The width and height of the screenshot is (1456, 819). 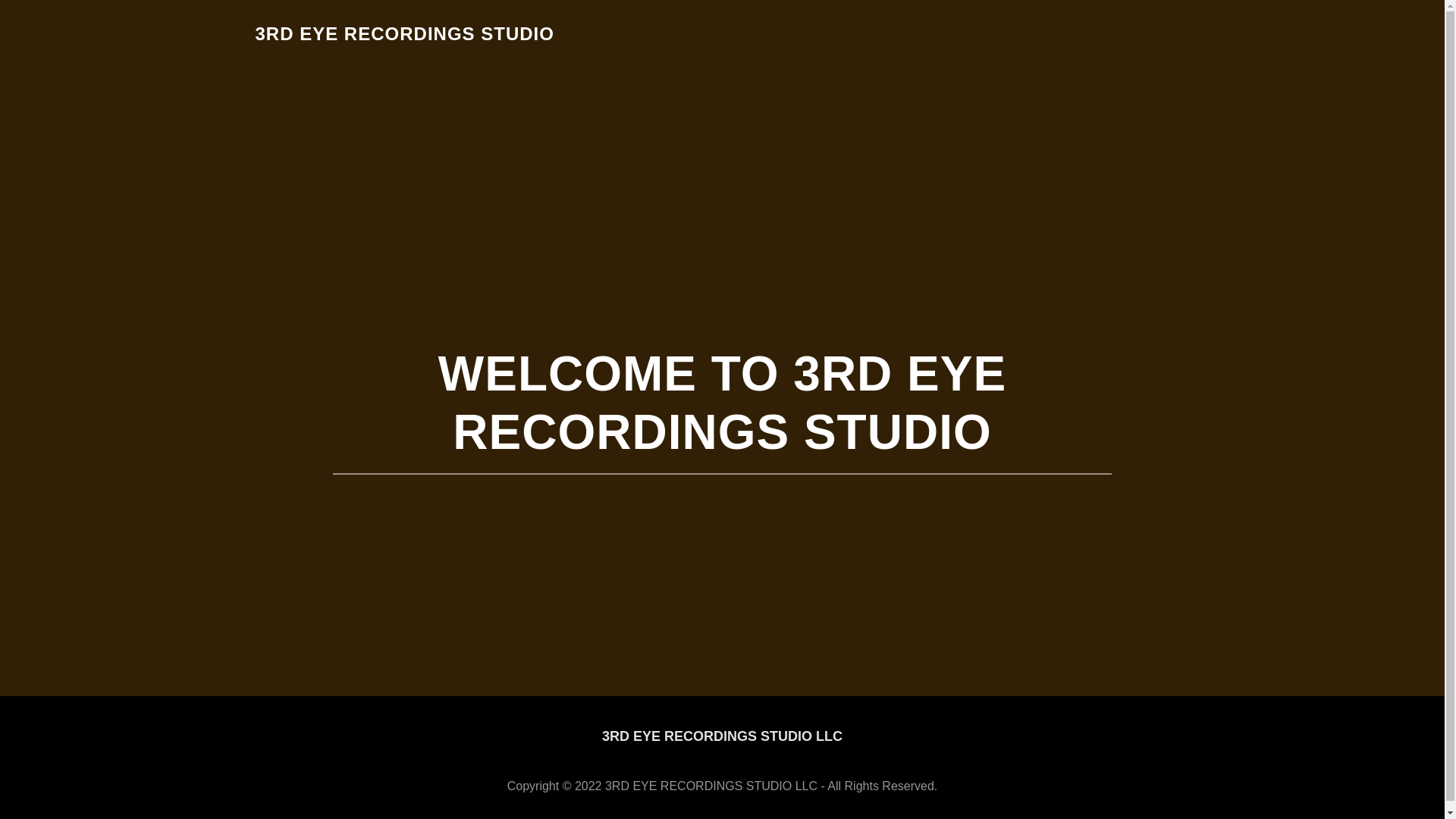 What do you see at coordinates (403, 34) in the screenshot?
I see `'3RD EYE RECORDINGS STUDIO'` at bounding box center [403, 34].